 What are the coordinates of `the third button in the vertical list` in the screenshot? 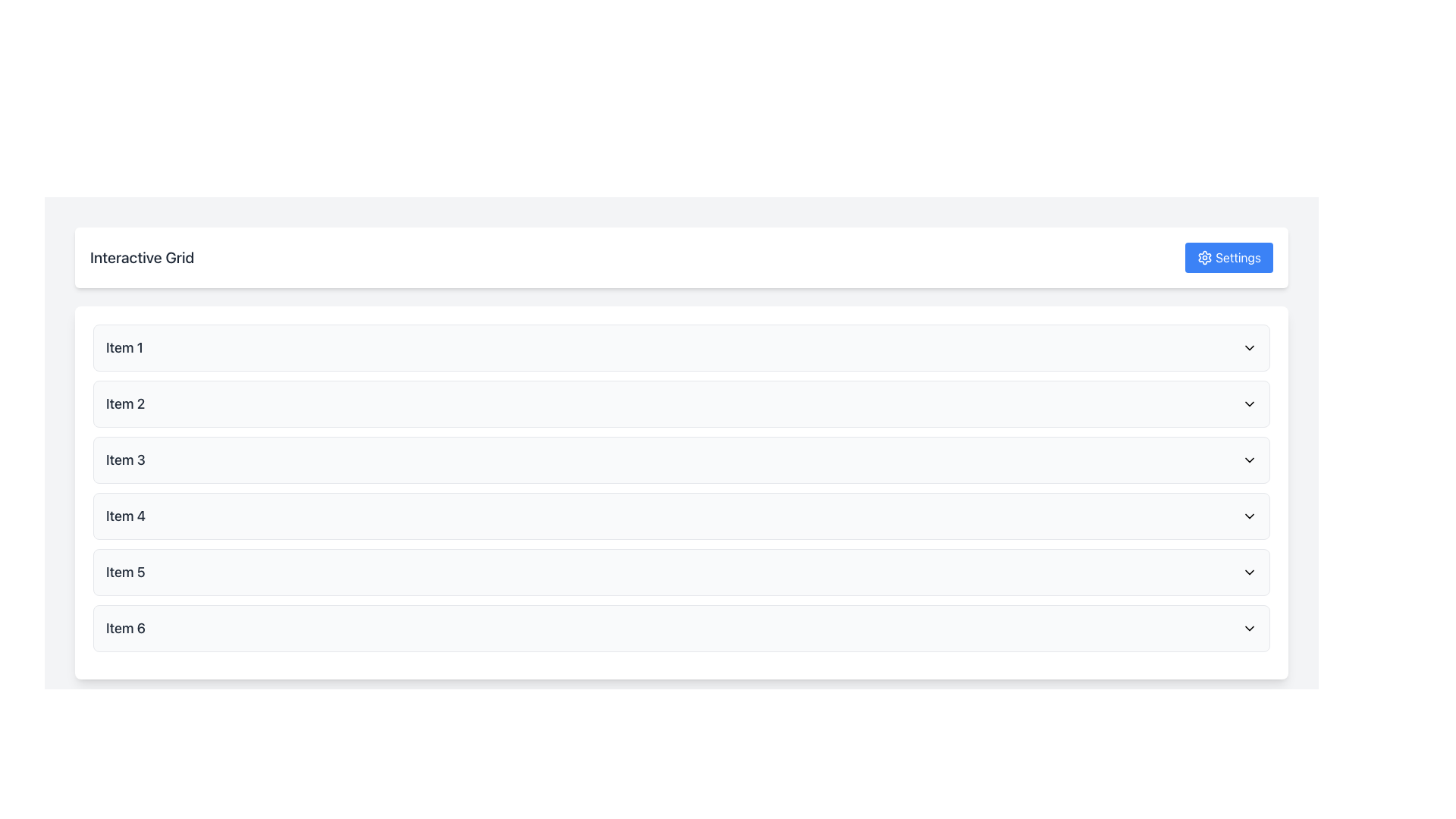 It's located at (680, 459).